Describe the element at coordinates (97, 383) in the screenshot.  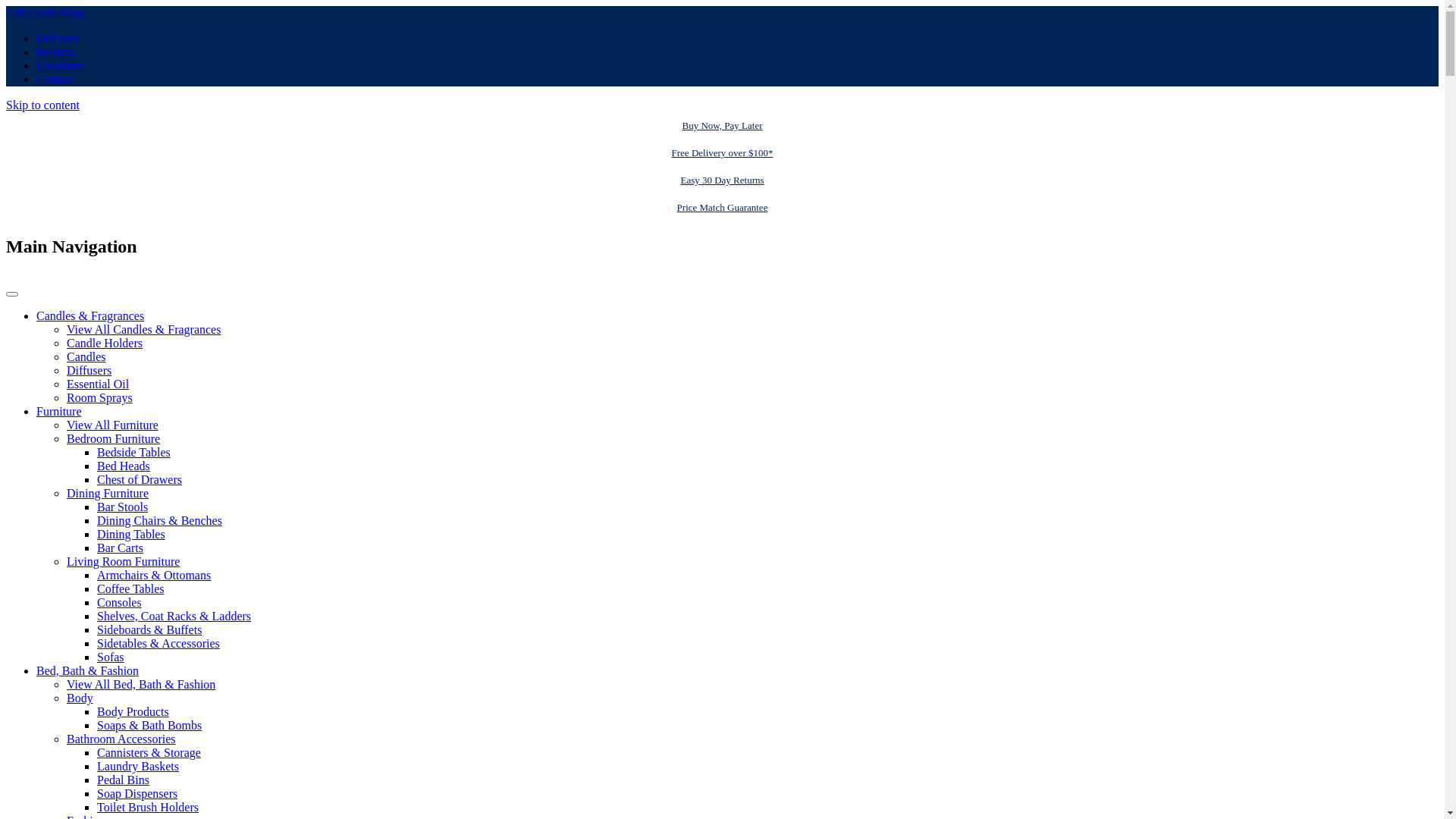
I see `'Essential Oil'` at that location.